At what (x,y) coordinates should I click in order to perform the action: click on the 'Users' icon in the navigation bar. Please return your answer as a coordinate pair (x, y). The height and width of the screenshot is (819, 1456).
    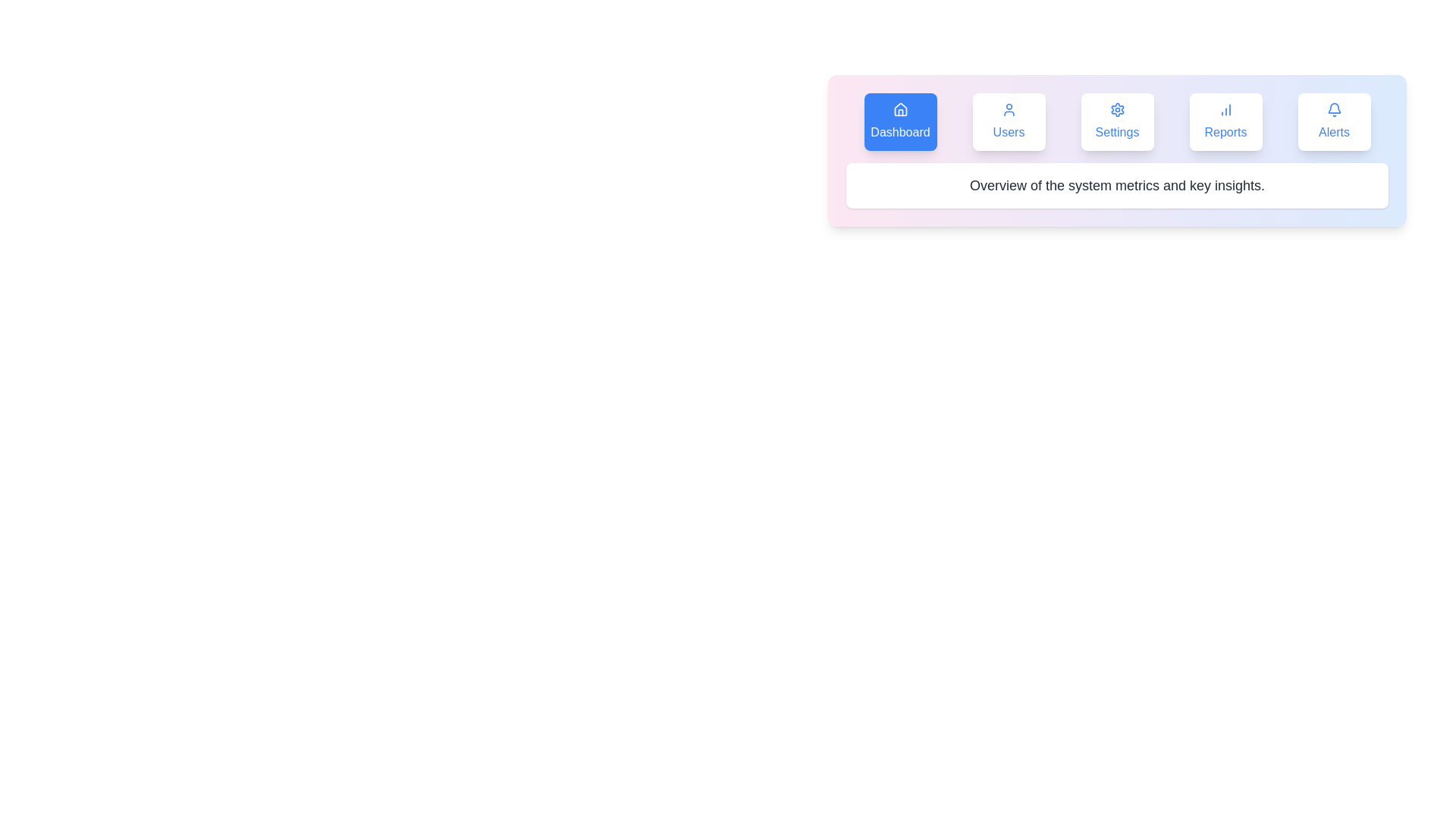
    Looking at the image, I should click on (1009, 109).